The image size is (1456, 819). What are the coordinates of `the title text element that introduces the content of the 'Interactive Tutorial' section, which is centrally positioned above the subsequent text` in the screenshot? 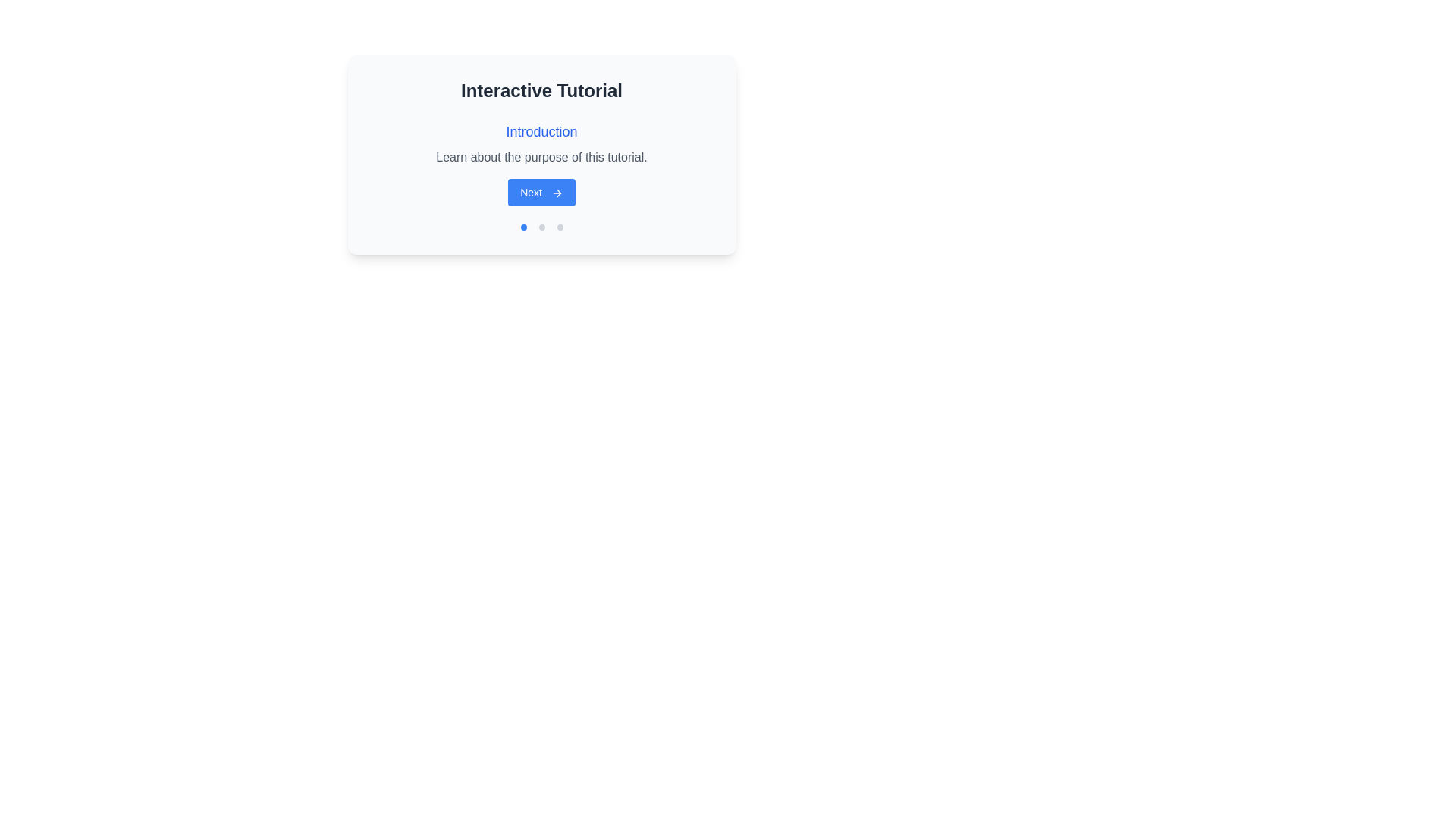 It's located at (541, 130).